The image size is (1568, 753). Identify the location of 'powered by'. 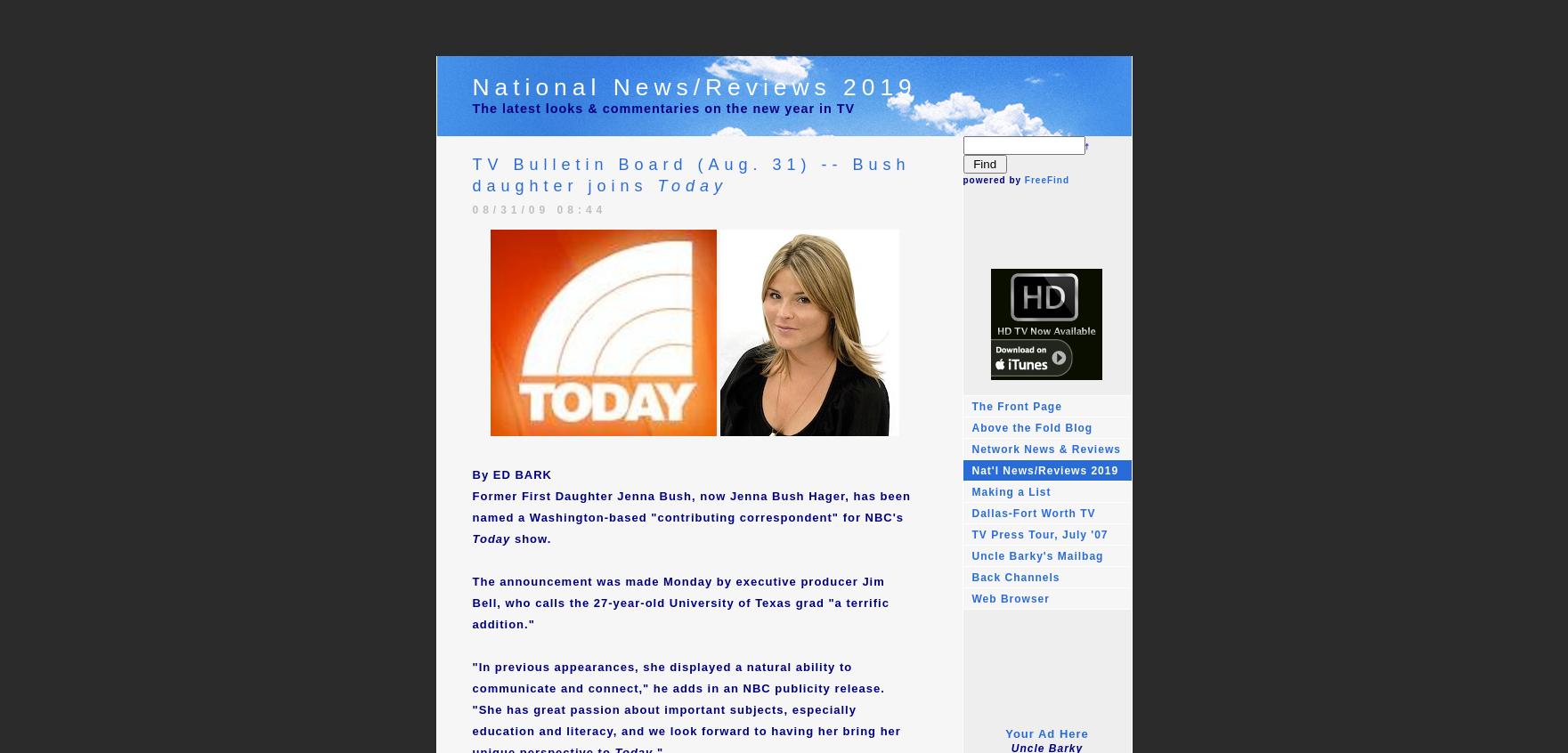
(992, 179).